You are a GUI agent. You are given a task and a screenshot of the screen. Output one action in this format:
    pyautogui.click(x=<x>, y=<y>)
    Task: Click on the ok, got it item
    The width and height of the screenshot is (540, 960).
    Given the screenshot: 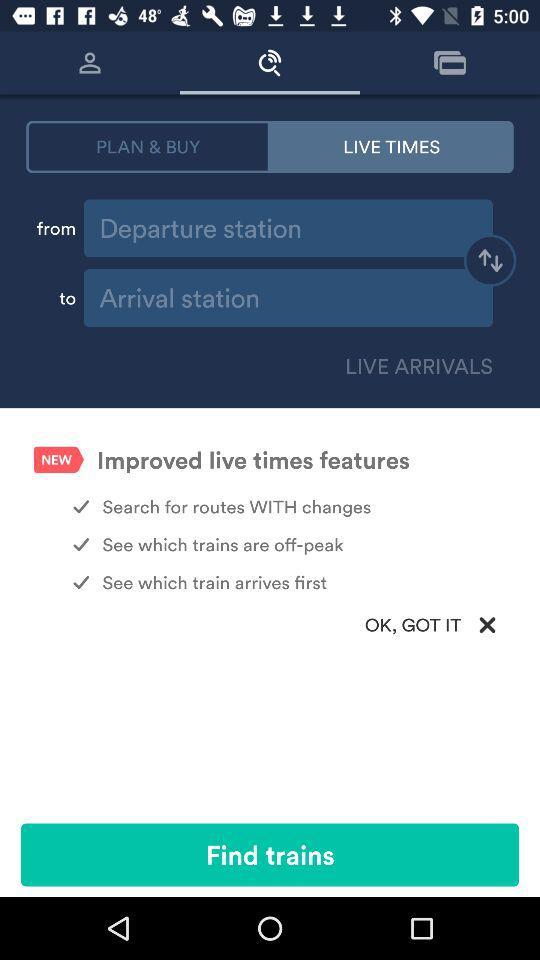 What is the action you would take?
    pyautogui.click(x=270, y=624)
    